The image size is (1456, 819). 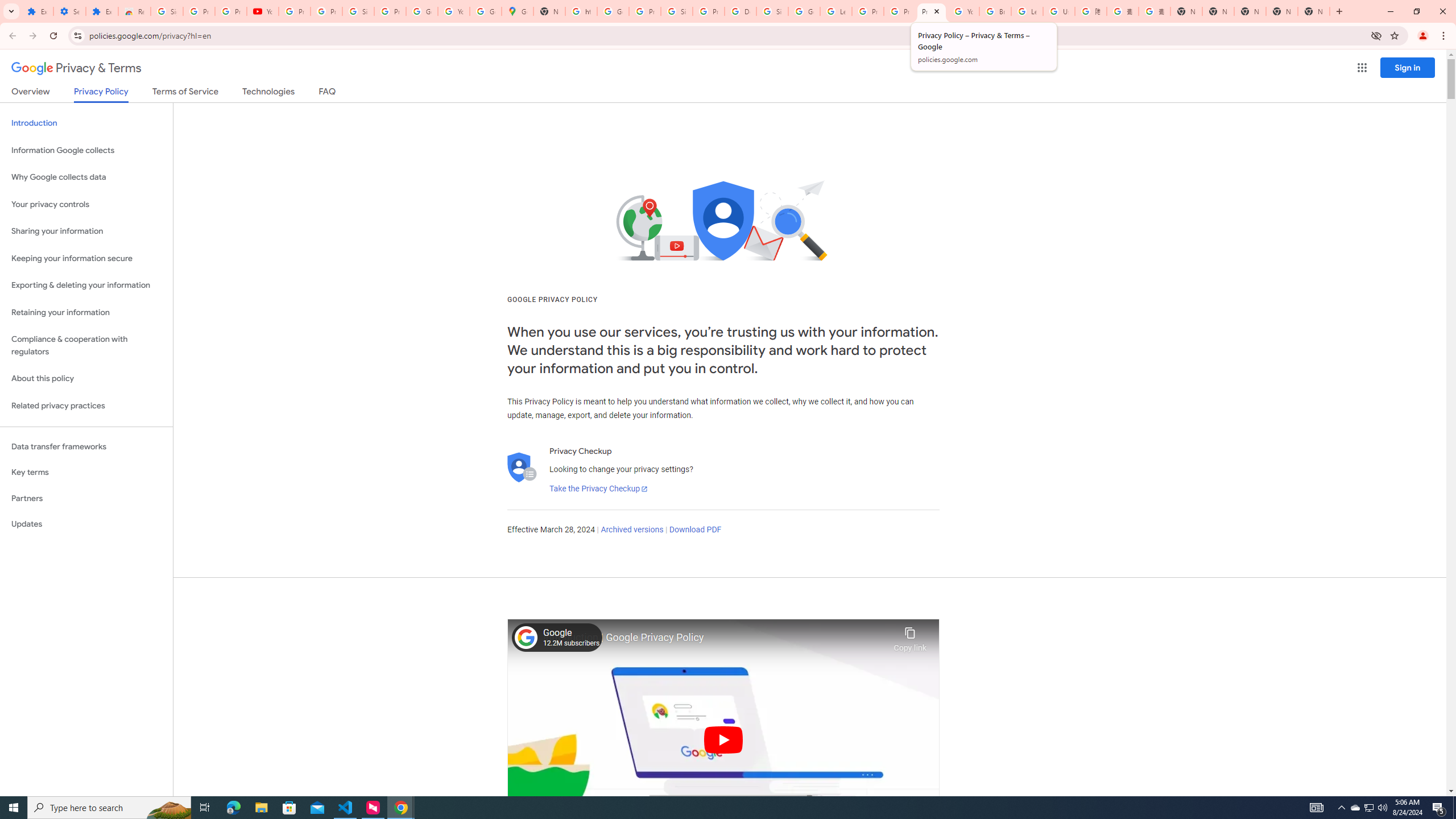 I want to click on 'Reviews: Helix Fruit Jump Arcade Game', so click(x=134, y=11).